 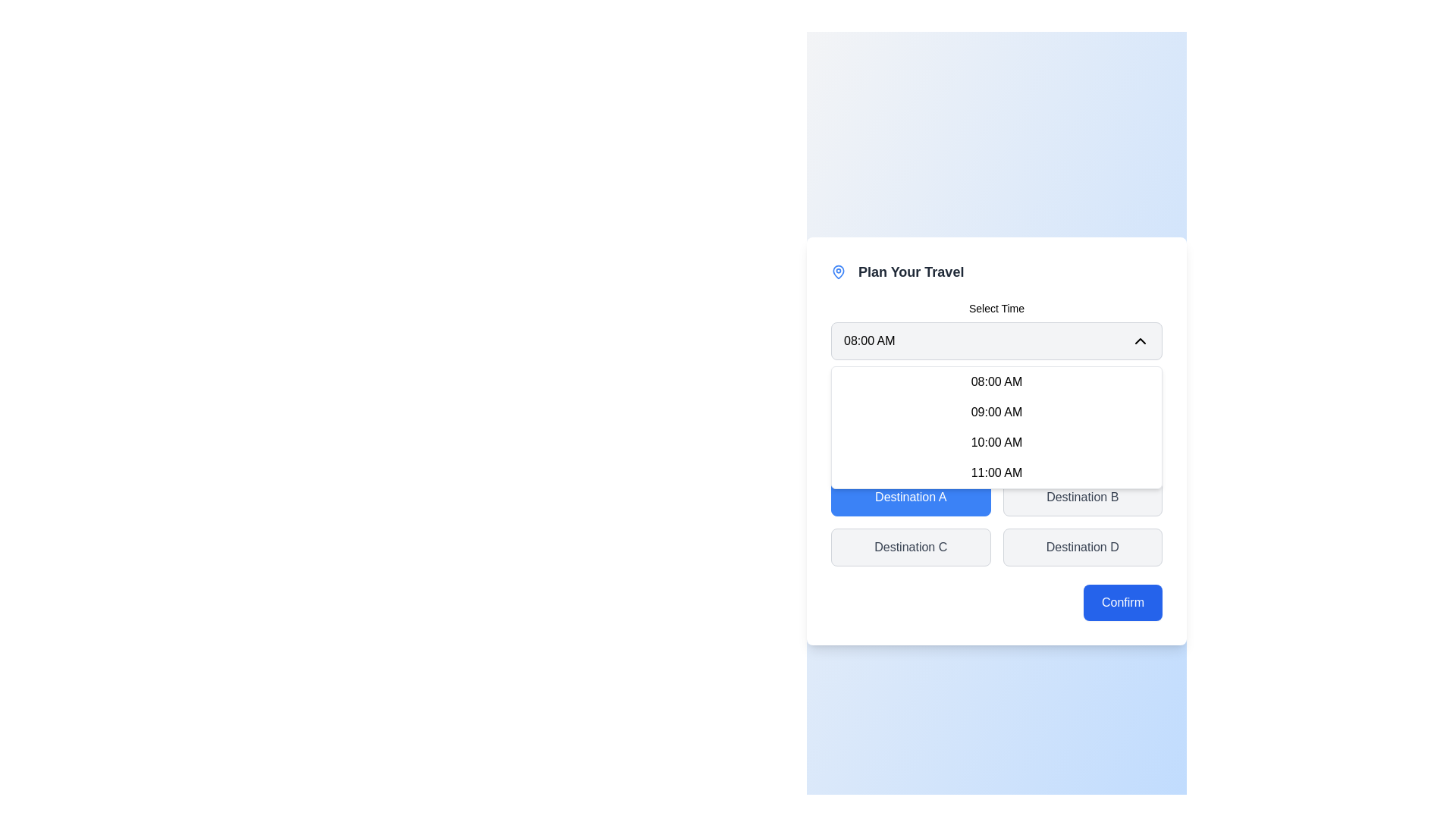 What do you see at coordinates (910, 547) in the screenshot?
I see `the button labeled 'Destination C', which is a rectangular button with rounded corners, light gray background, and dark gray text, located in the bottom-left of the grid layout` at bounding box center [910, 547].